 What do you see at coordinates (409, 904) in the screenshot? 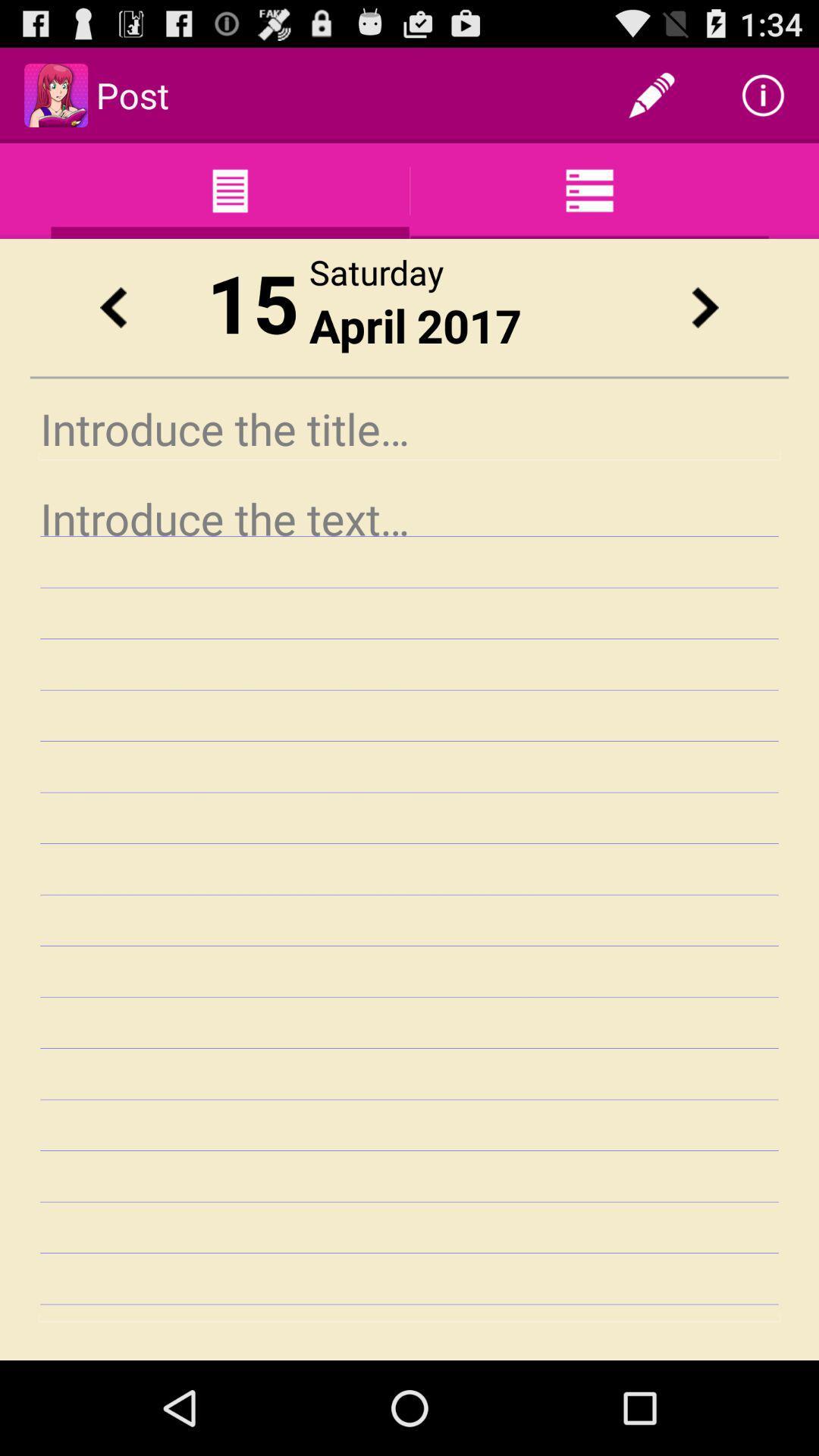
I see `write text` at bounding box center [409, 904].